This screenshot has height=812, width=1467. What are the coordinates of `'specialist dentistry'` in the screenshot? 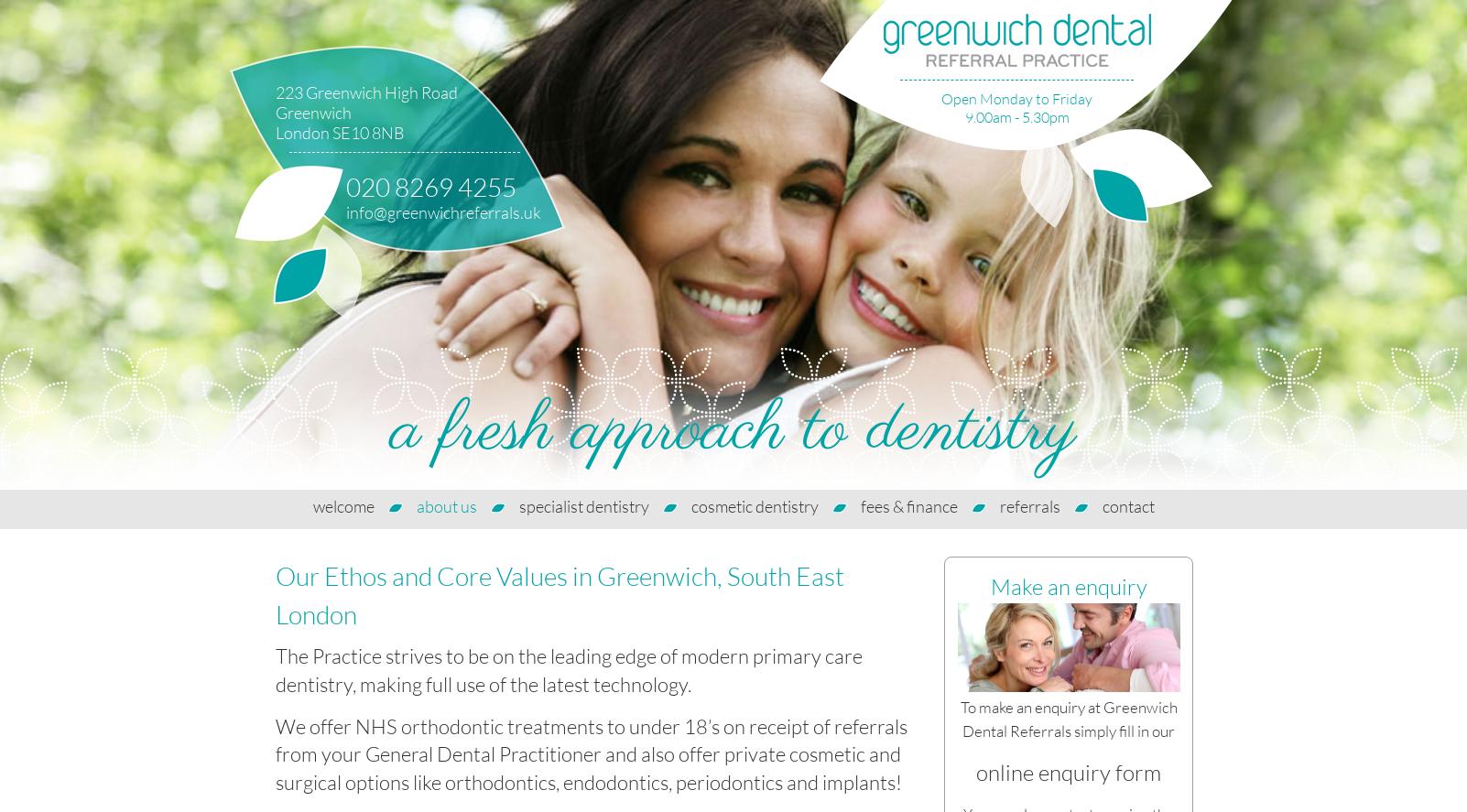 It's located at (516, 504).